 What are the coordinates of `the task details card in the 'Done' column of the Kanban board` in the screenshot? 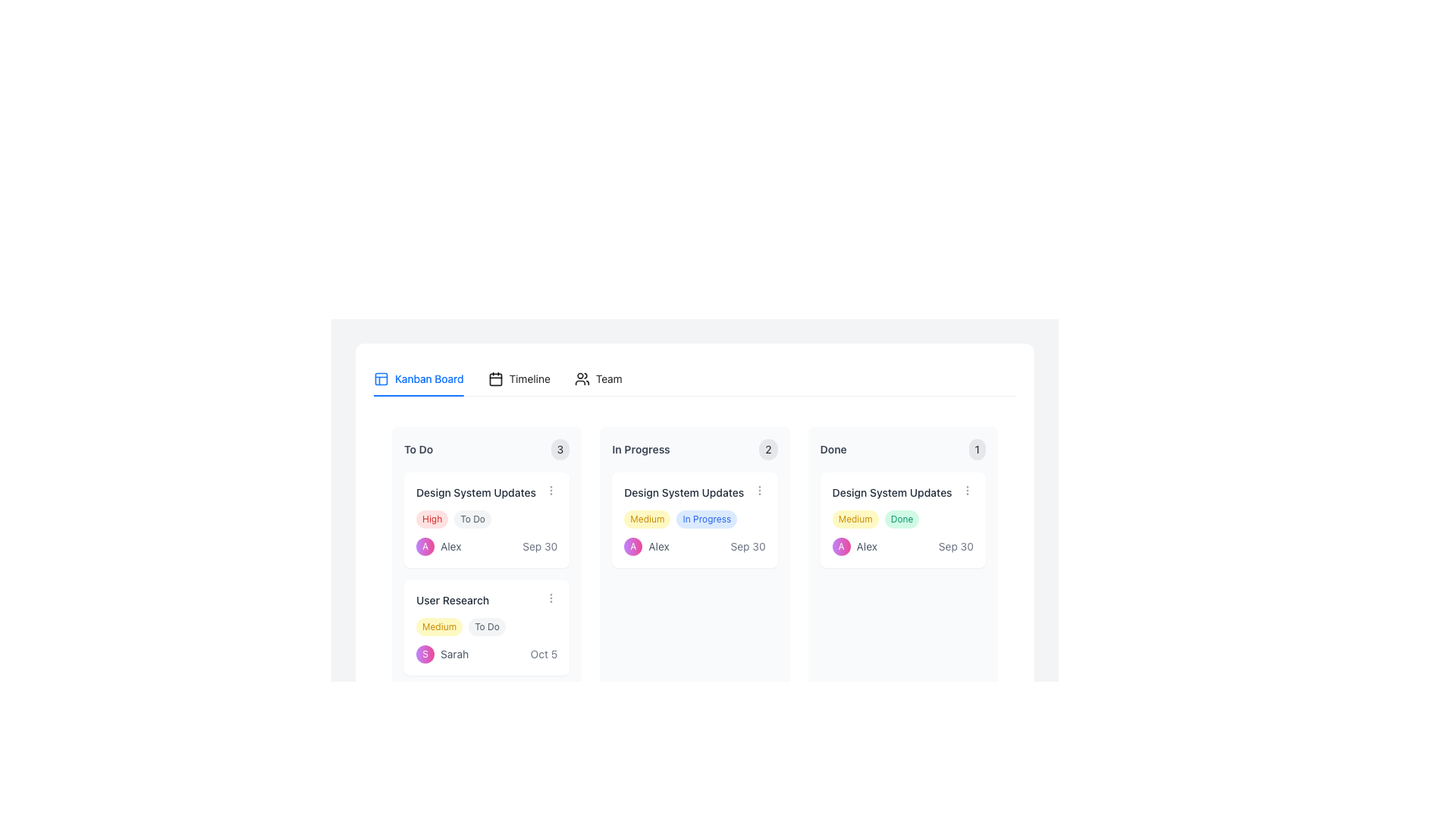 It's located at (902, 563).